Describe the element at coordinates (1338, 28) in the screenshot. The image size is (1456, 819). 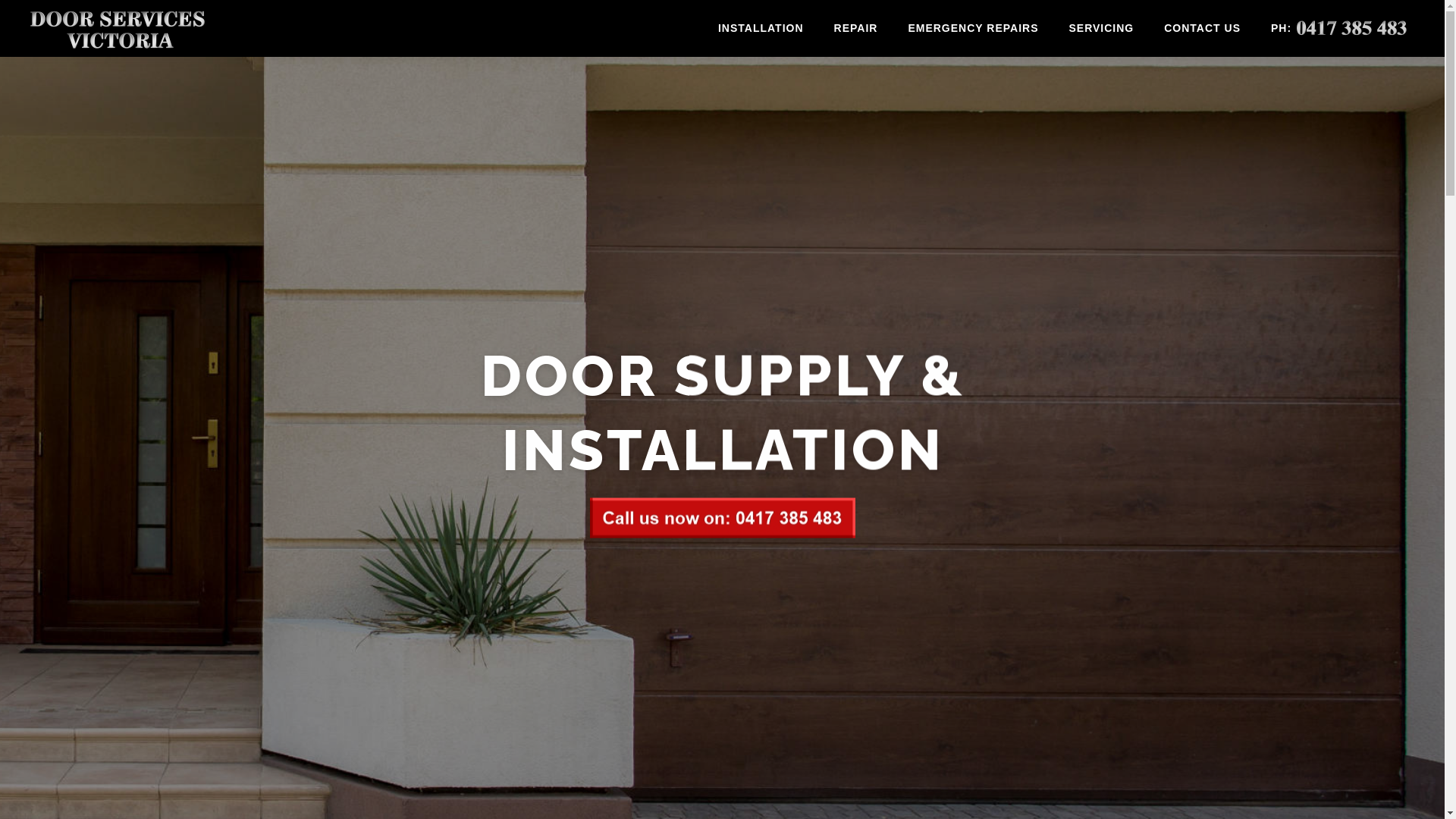
I see `'PH:'` at that location.